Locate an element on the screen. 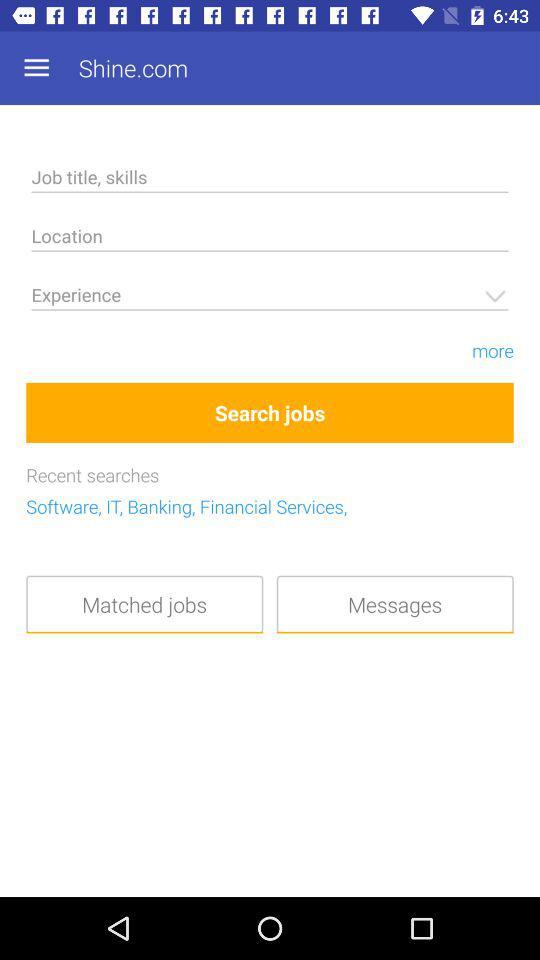  job little box is located at coordinates (270, 179).